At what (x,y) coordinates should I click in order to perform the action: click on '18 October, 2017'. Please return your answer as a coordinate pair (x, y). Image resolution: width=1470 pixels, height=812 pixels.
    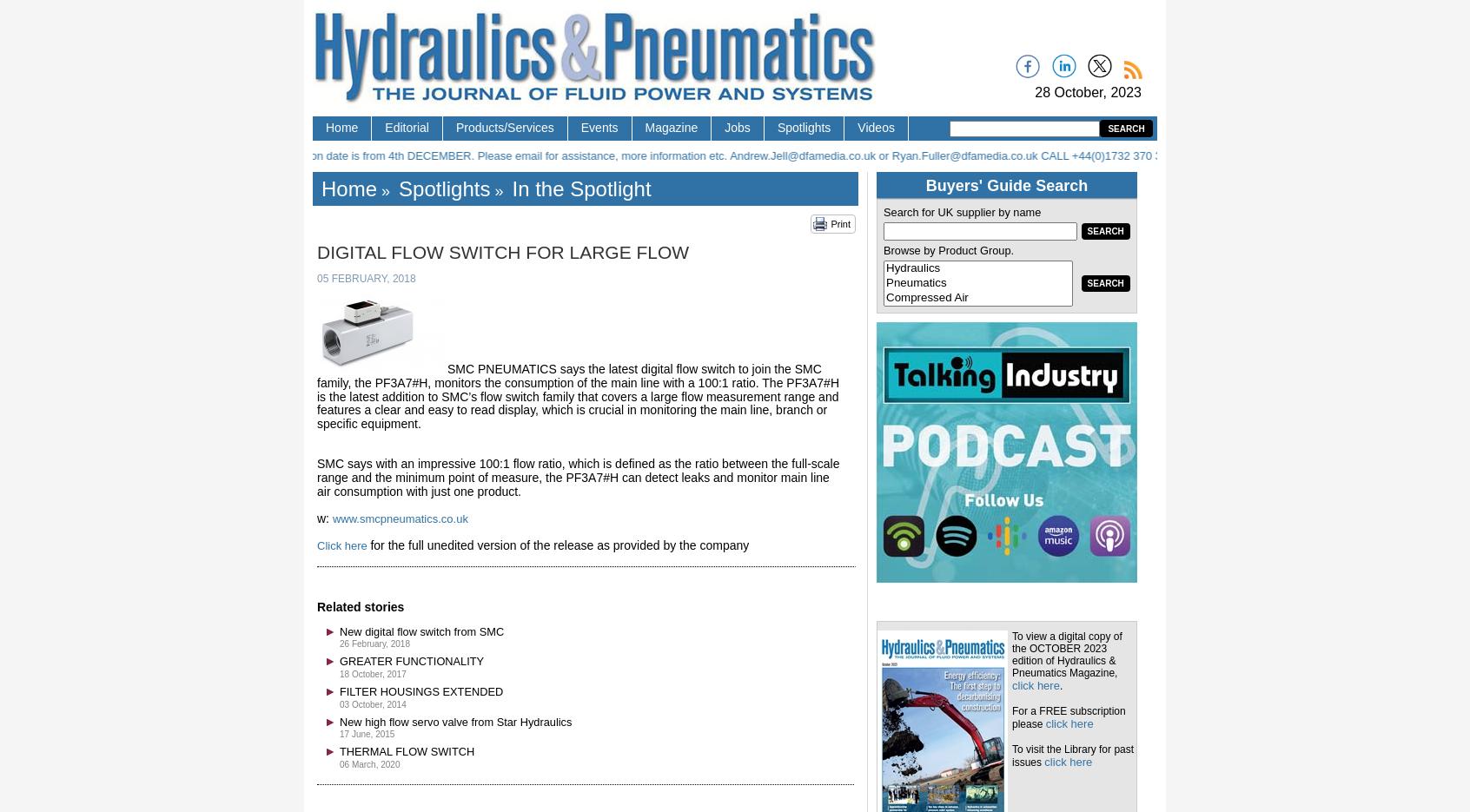
    Looking at the image, I should click on (371, 673).